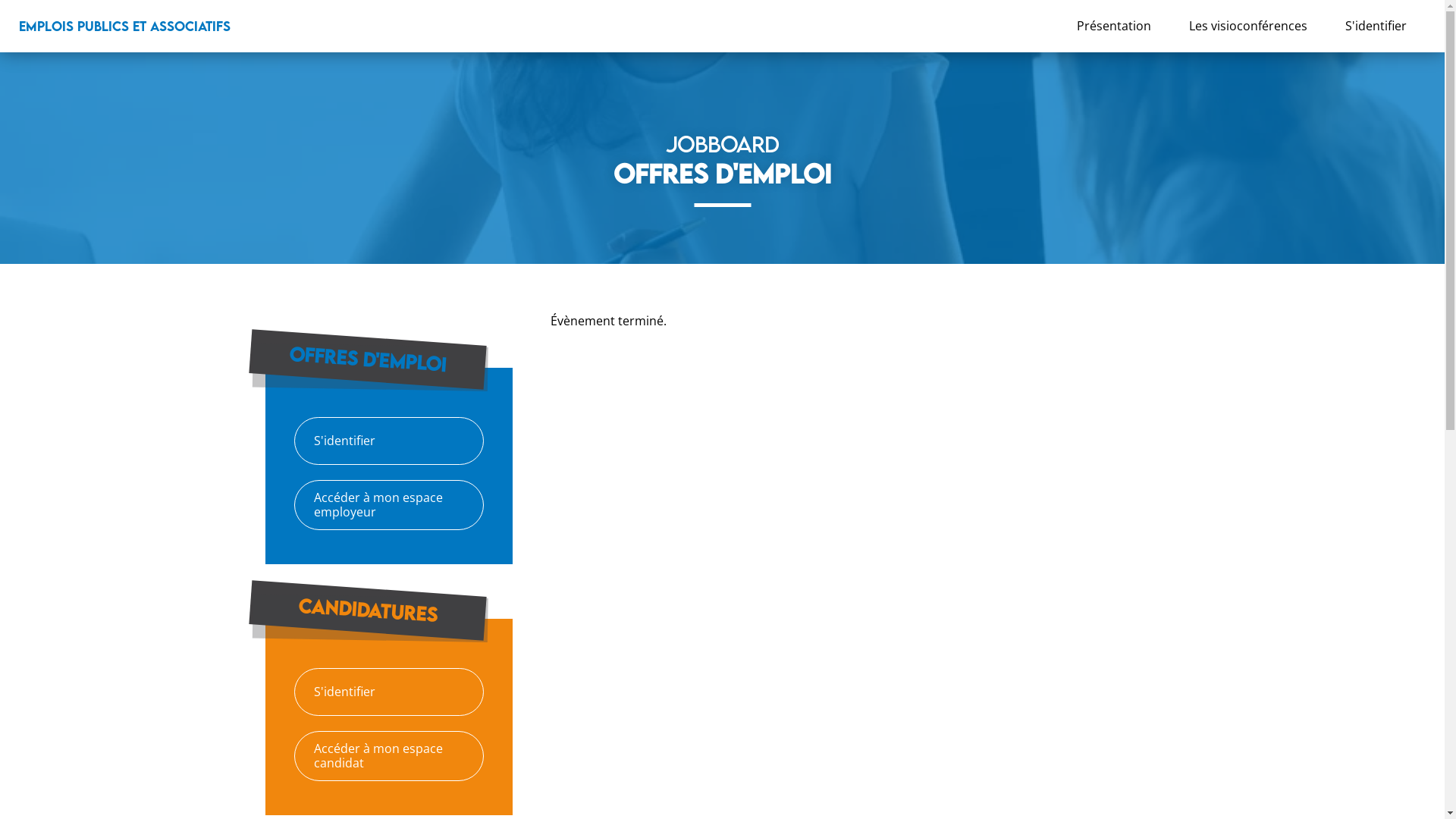 This screenshot has width=1456, height=819. Describe the element at coordinates (389, 441) in the screenshot. I see `'S'identifier'` at that location.